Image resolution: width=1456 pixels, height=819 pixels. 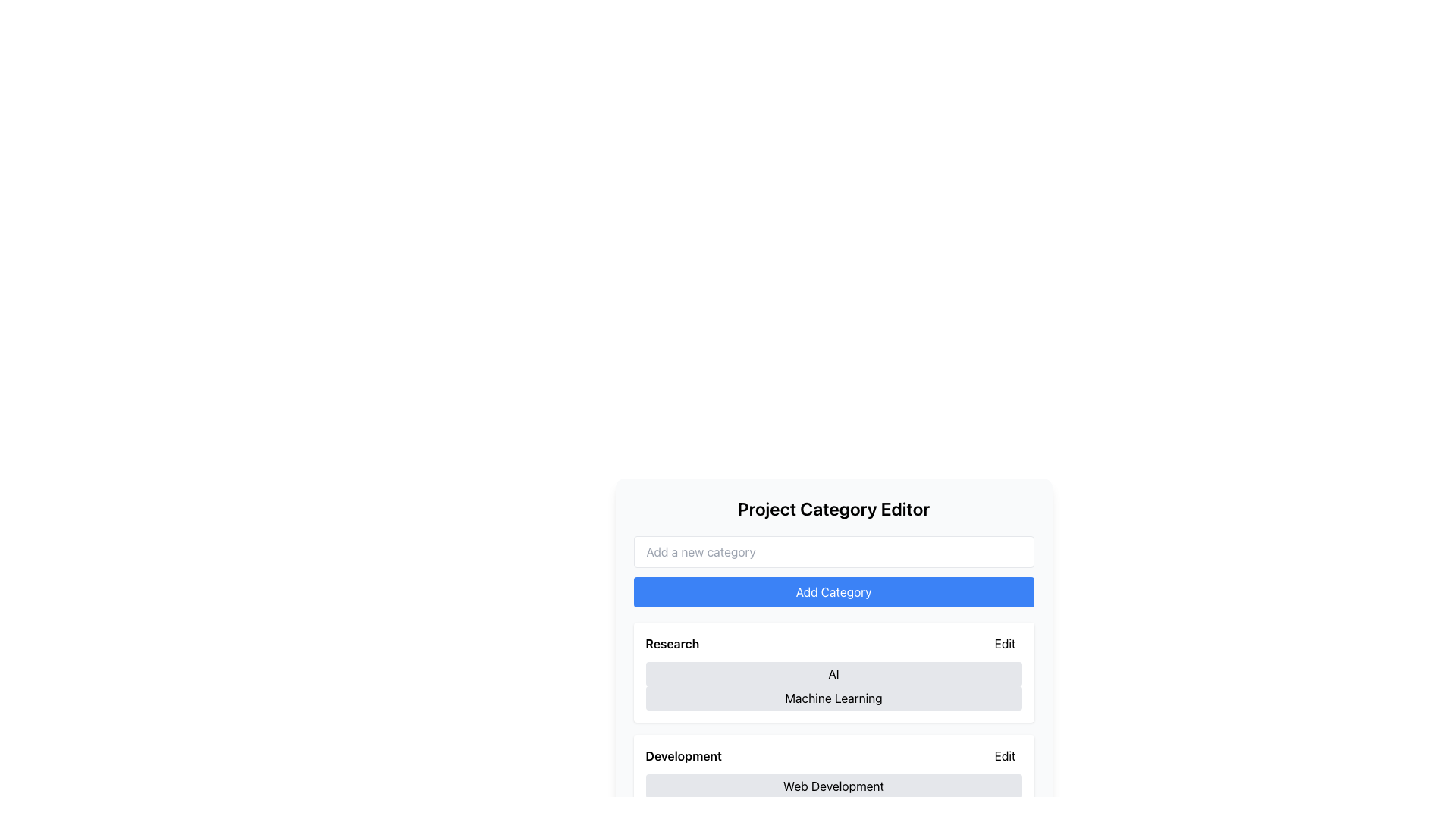 I want to click on the text group displaying 'AI' and 'Machine Learning', which is positioned under the heading 'Research' and adjacent to 'Edit', so click(x=833, y=686).